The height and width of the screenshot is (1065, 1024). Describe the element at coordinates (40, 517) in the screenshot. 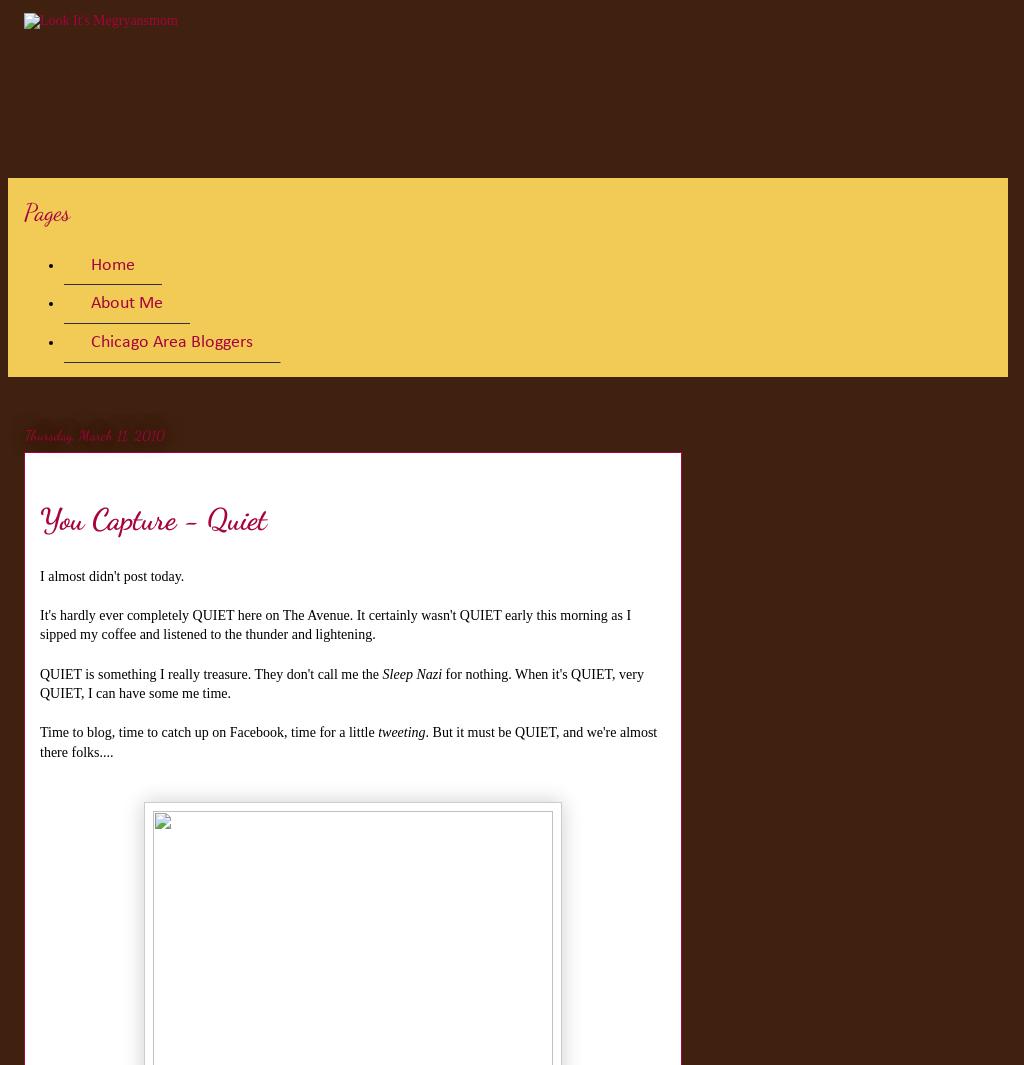

I see `'You Capture - Quiet'` at that location.